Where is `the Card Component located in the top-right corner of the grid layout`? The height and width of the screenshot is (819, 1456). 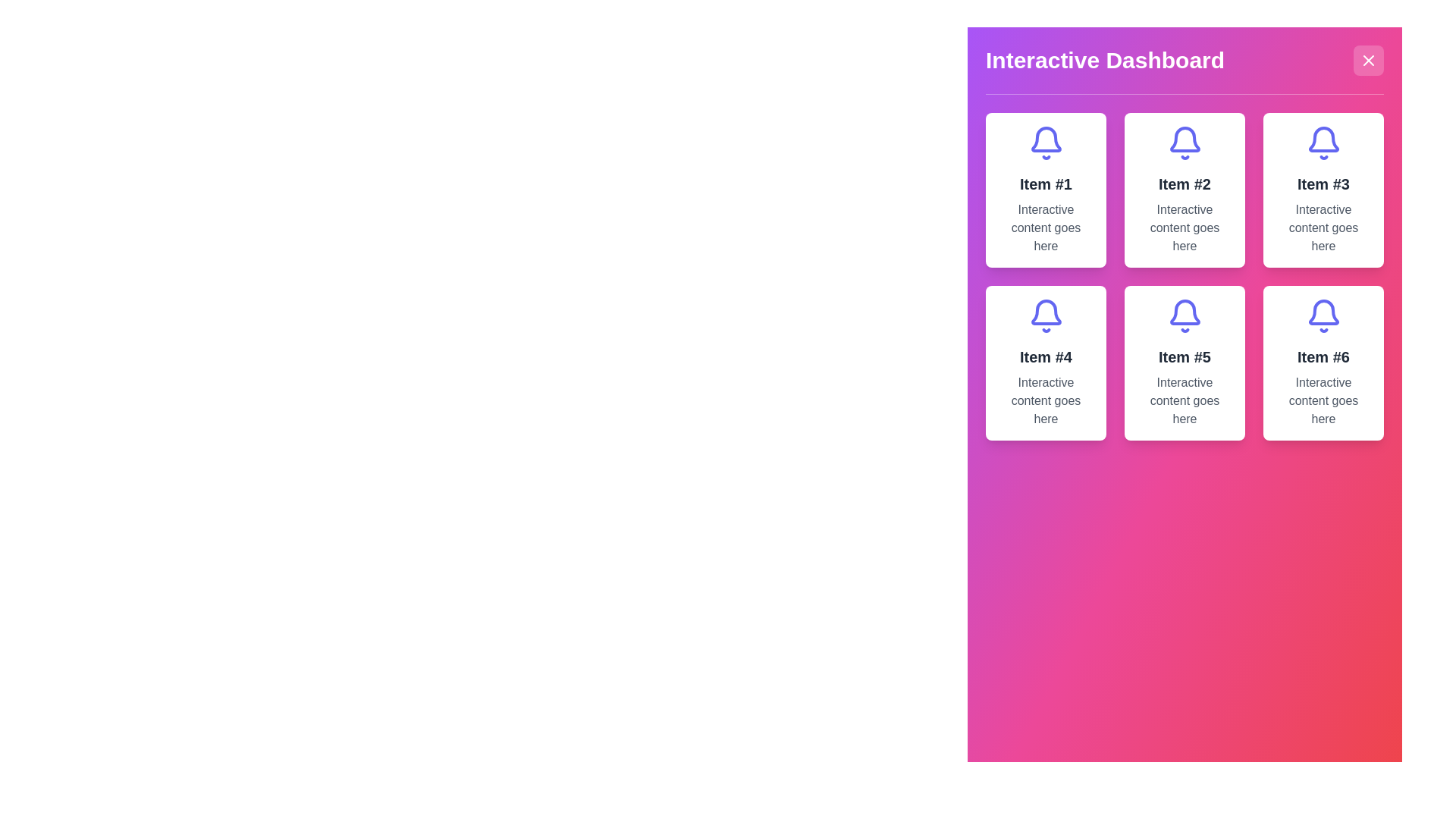
the Card Component located in the top-right corner of the grid layout is located at coordinates (1323, 189).